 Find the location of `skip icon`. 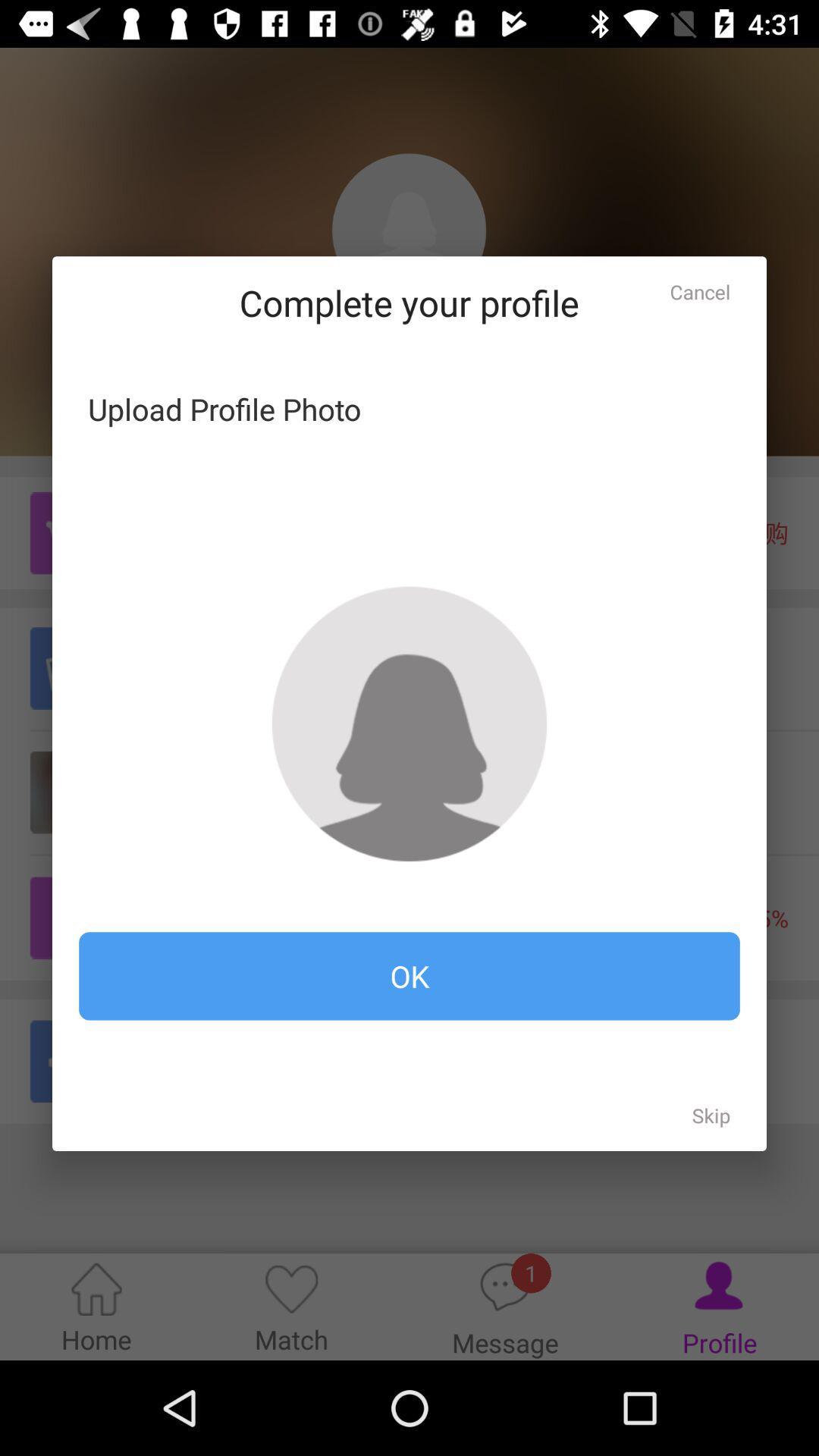

skip icon is located at coordinates (711, 1116).